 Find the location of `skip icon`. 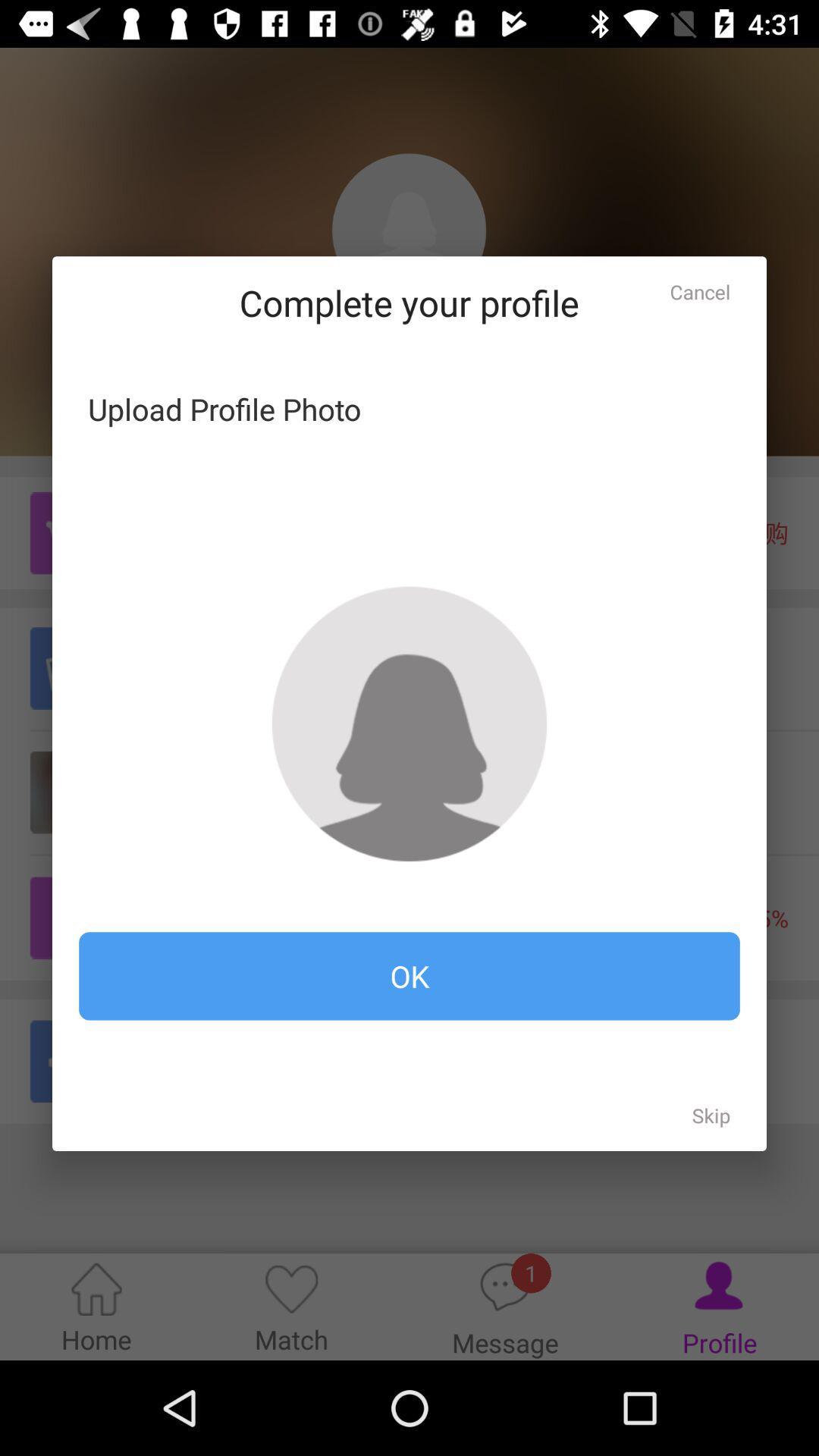

skip icon is located at coordinates (711, 1116).